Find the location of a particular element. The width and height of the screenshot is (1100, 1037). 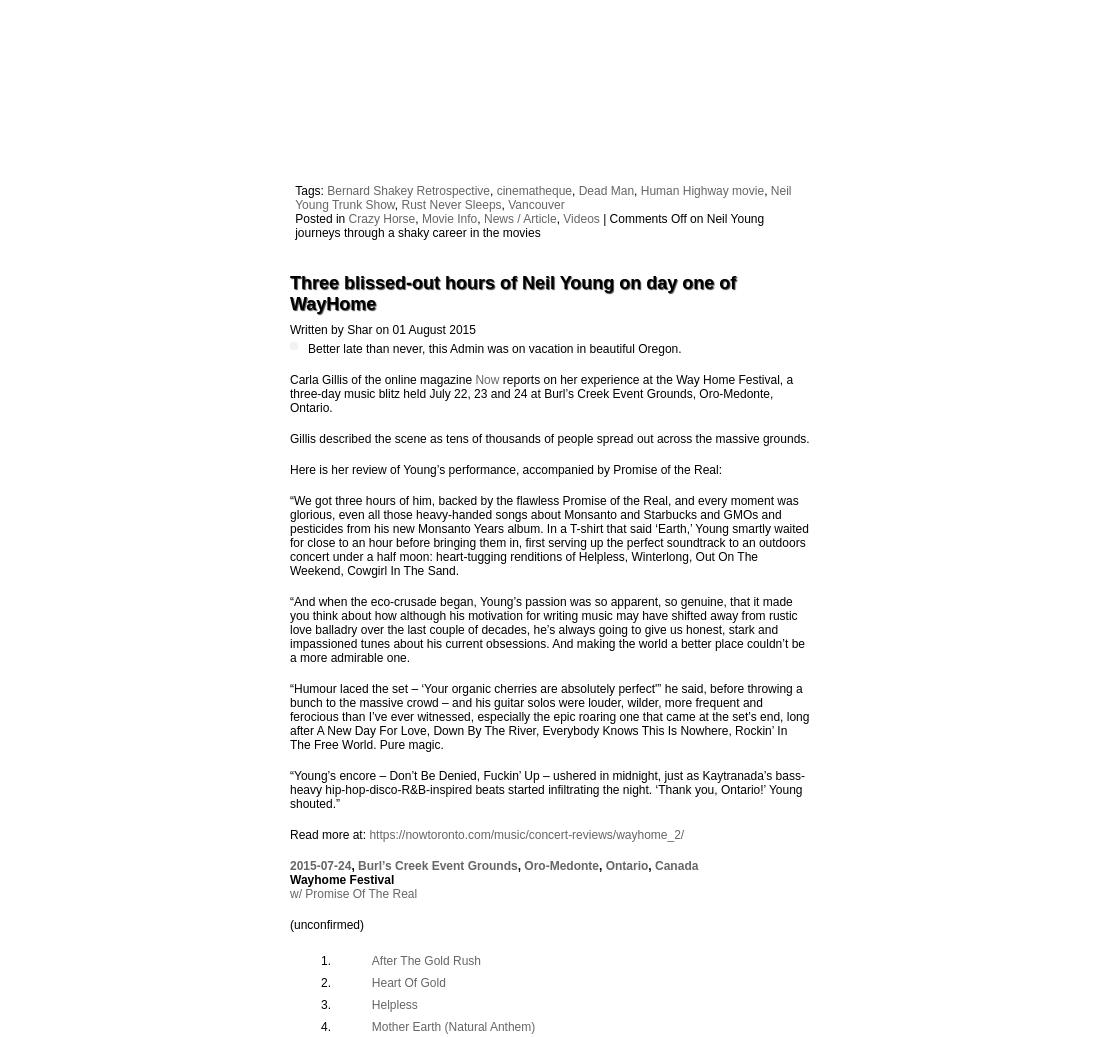

'Wayhome Festival' is located at coordinates (340, 878).